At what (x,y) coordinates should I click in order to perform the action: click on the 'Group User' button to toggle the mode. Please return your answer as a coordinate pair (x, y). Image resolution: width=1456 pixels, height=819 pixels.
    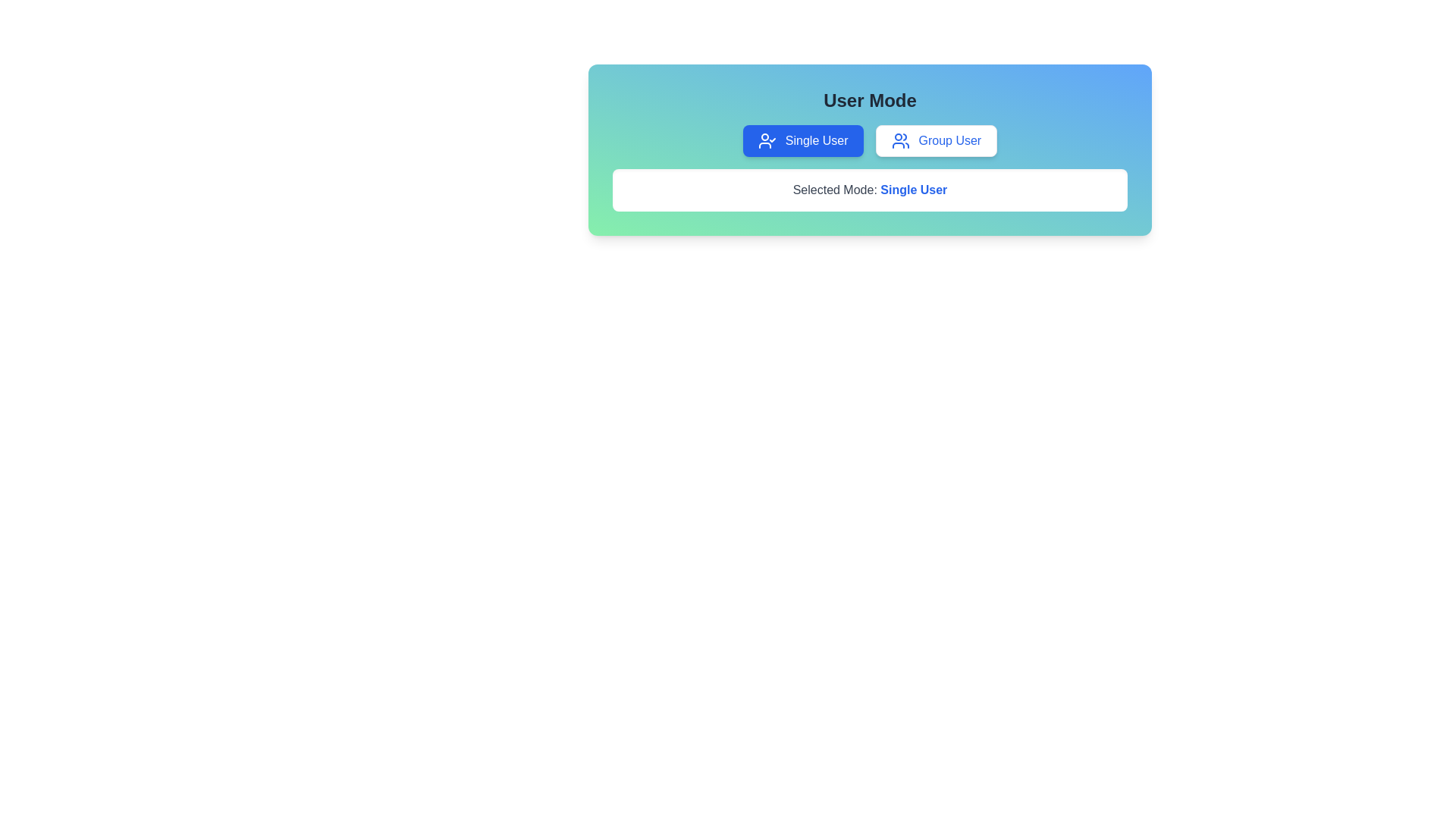
    Looking at the image, I should click on (934, 140).